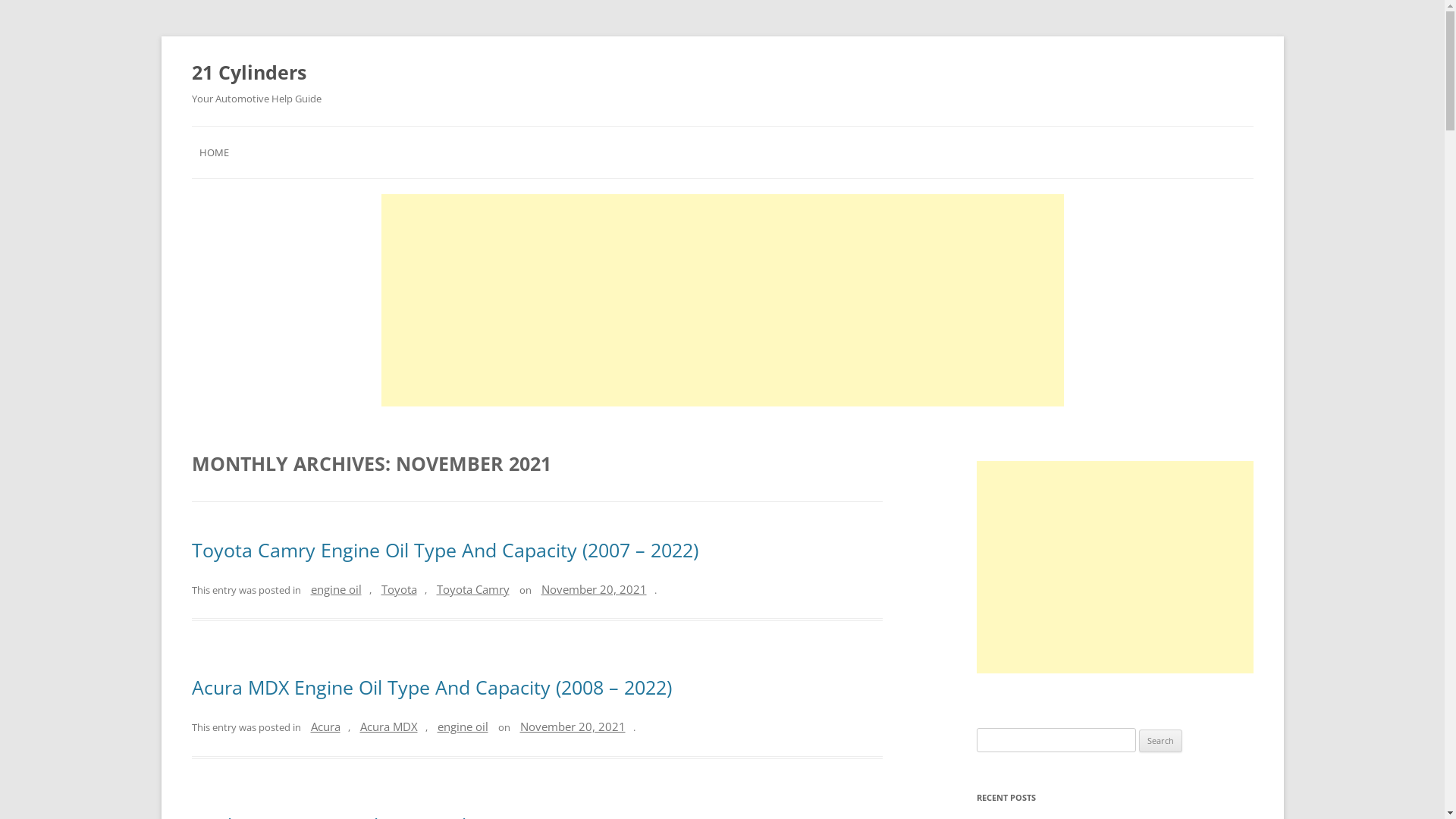 The width and height of the screenshot is (1456, 819). Describe the element at coordinates (212, 152) in the screenshot. I see `'HOME'` at that location.